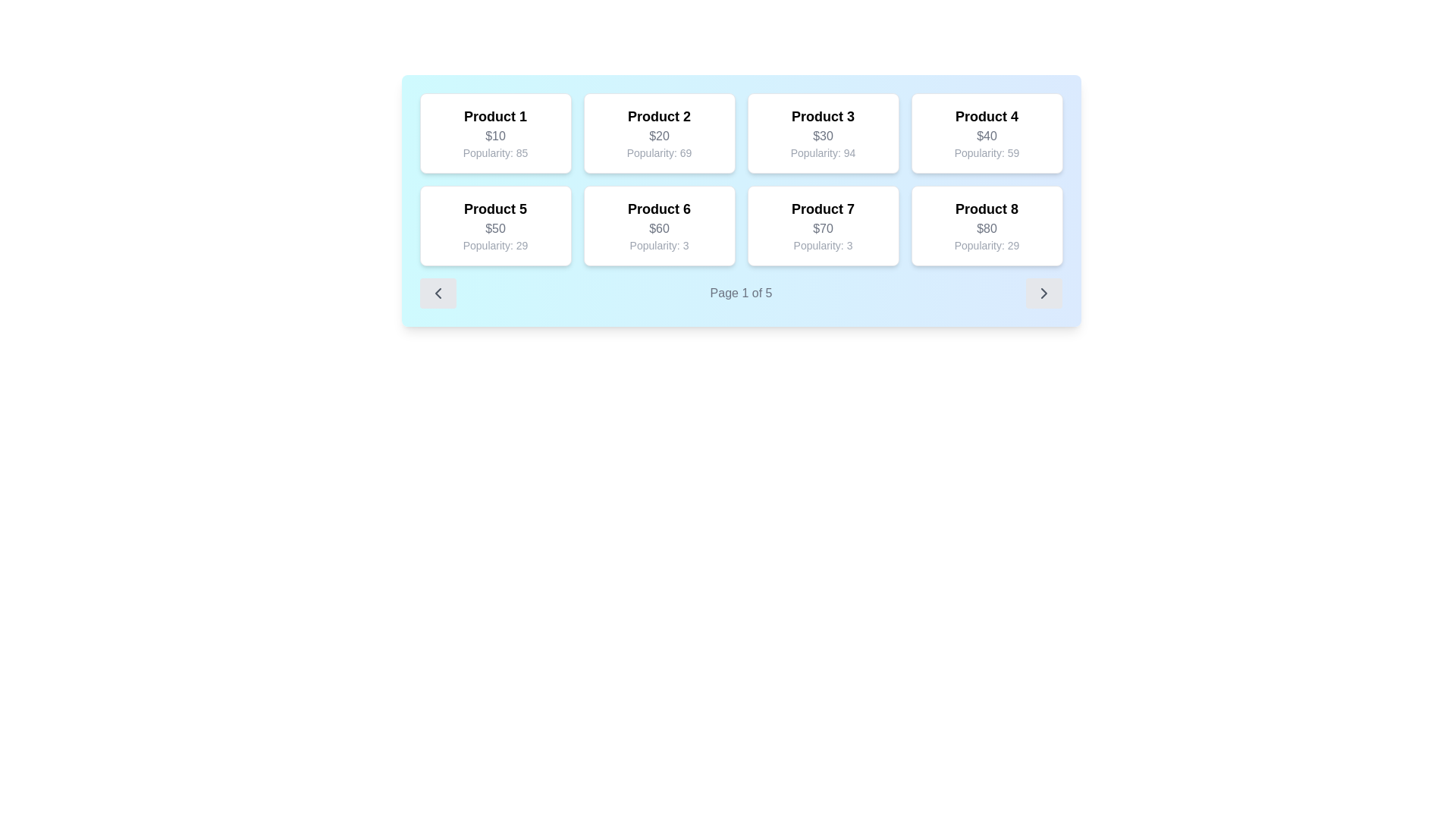  I want to click on the red triangular navigation arrow within the SVG element located in the bottom-left corner of the view containing product cards and pagination, so click(437, 293).